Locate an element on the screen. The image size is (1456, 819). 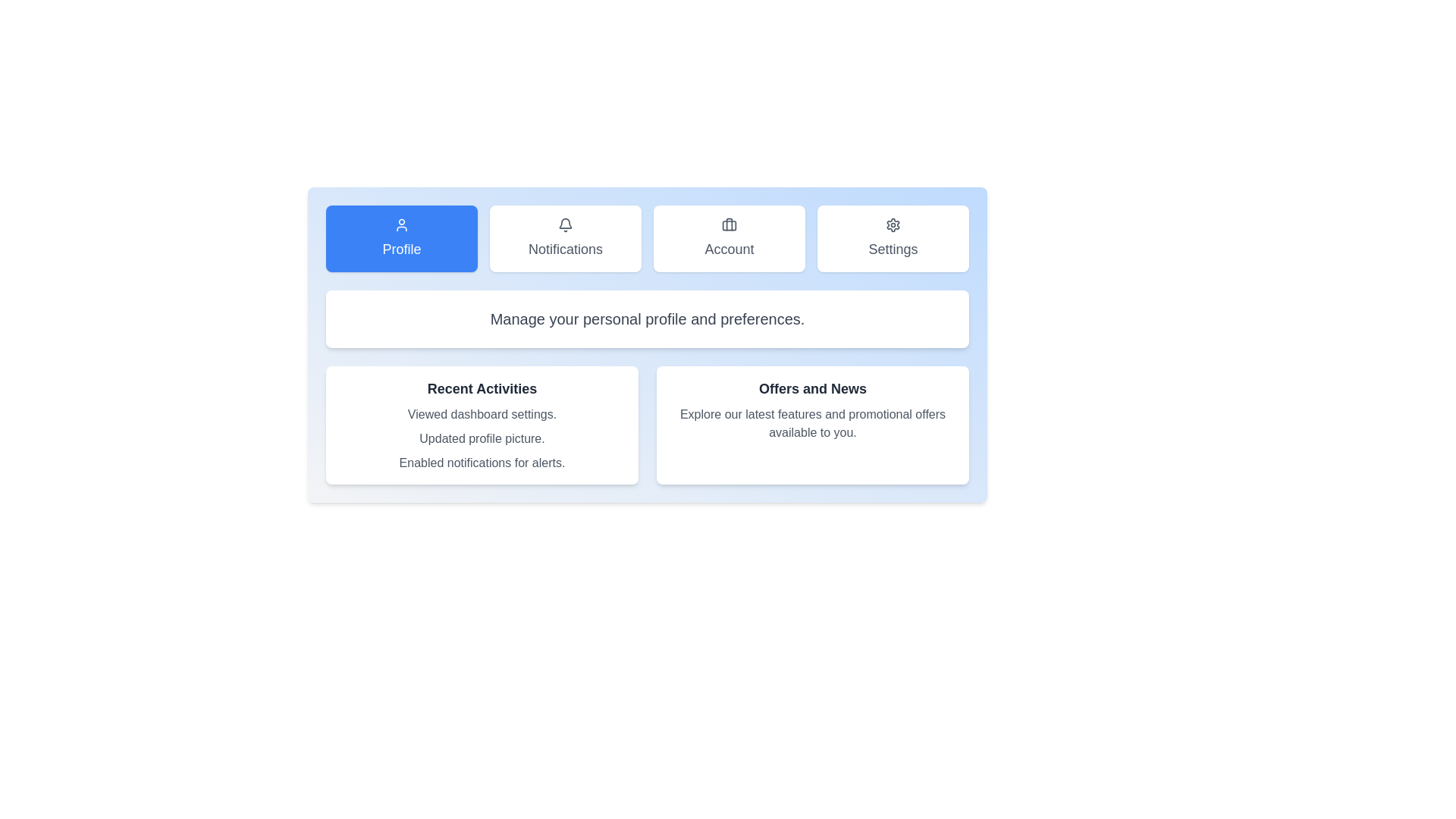
the 'Account' button icon, which is a rectangular icon part of a briefcase illustration, positioned within a circular button labeled 'Account' in the navigation bar at the top of the content area is located at coordinates (729, 225).